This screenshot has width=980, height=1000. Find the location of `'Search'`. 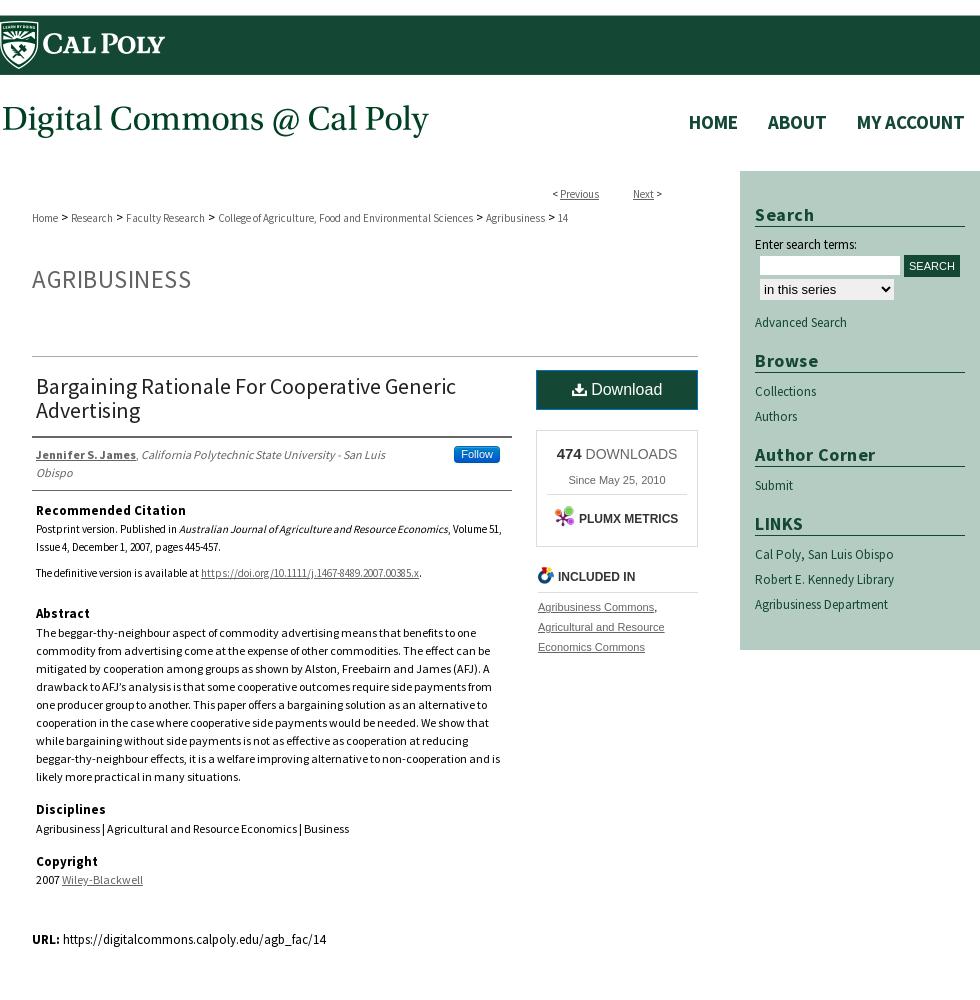

'Search' is located at coordinates (784, 213).